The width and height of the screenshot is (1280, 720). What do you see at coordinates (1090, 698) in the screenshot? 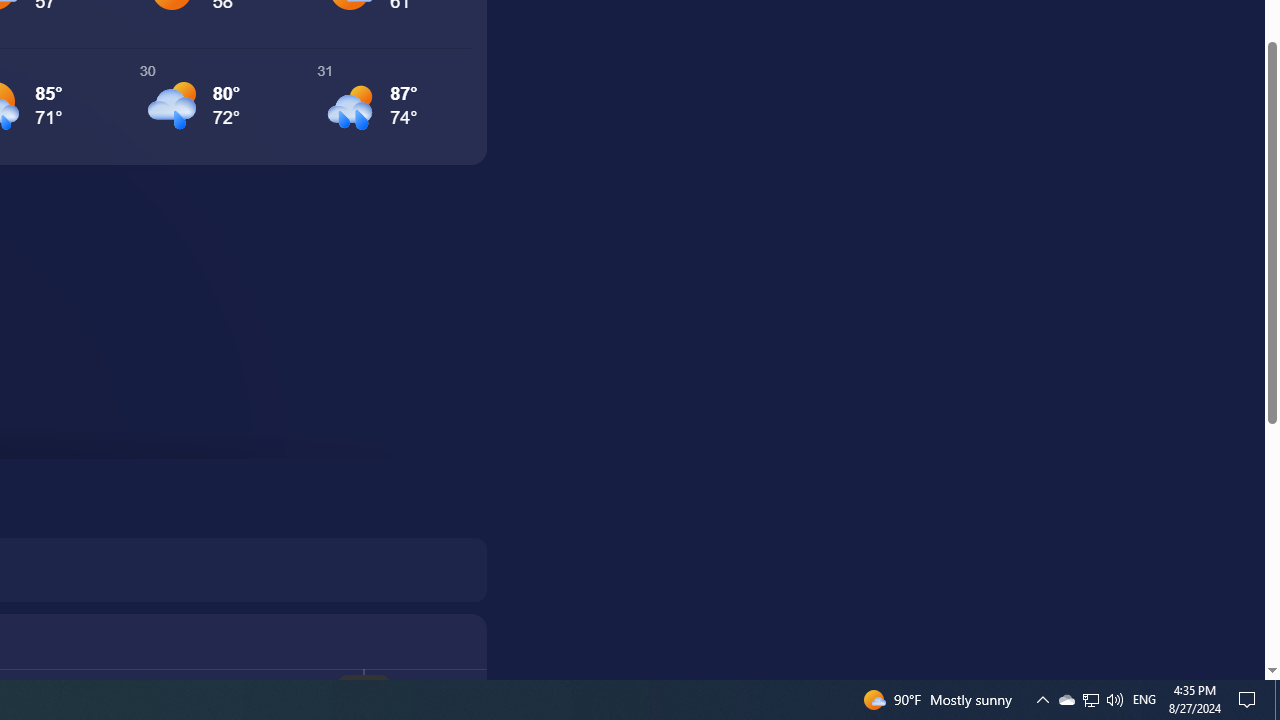
I see `'Tray Input Indicator - English (United States)'` at bounding box center [1090, 698].